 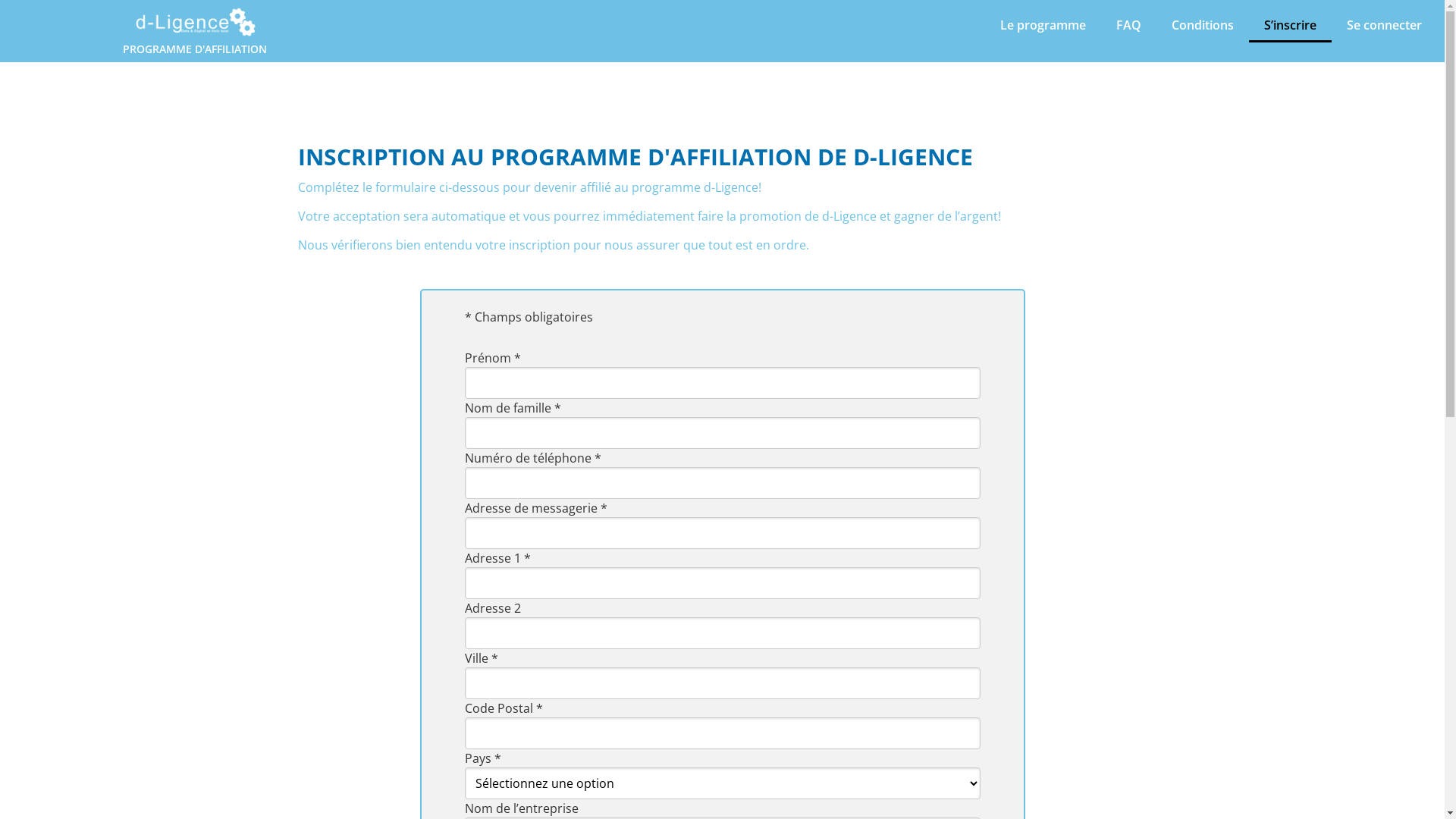 What do you see at coordinates (1042, 25) in the screenshot?
I see `'Le programme'` at bounding box center [1042, 25].